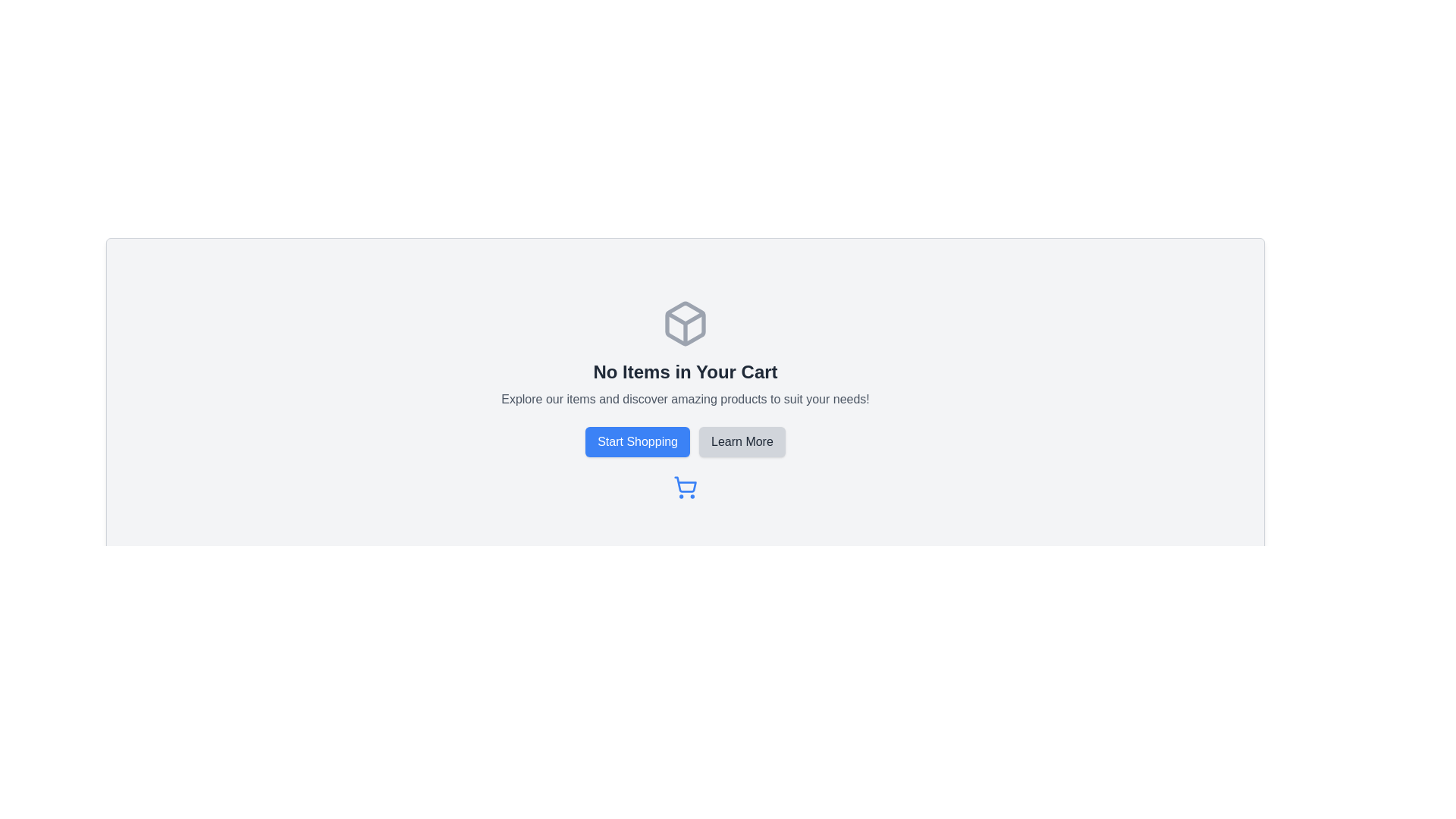  What do you see at coordinates (684, 372) in the screenshot?
I see `the static text element that informs the user their shopping cart is empty, which is centrally placed below the box icon` at bounding box center [684, 372].